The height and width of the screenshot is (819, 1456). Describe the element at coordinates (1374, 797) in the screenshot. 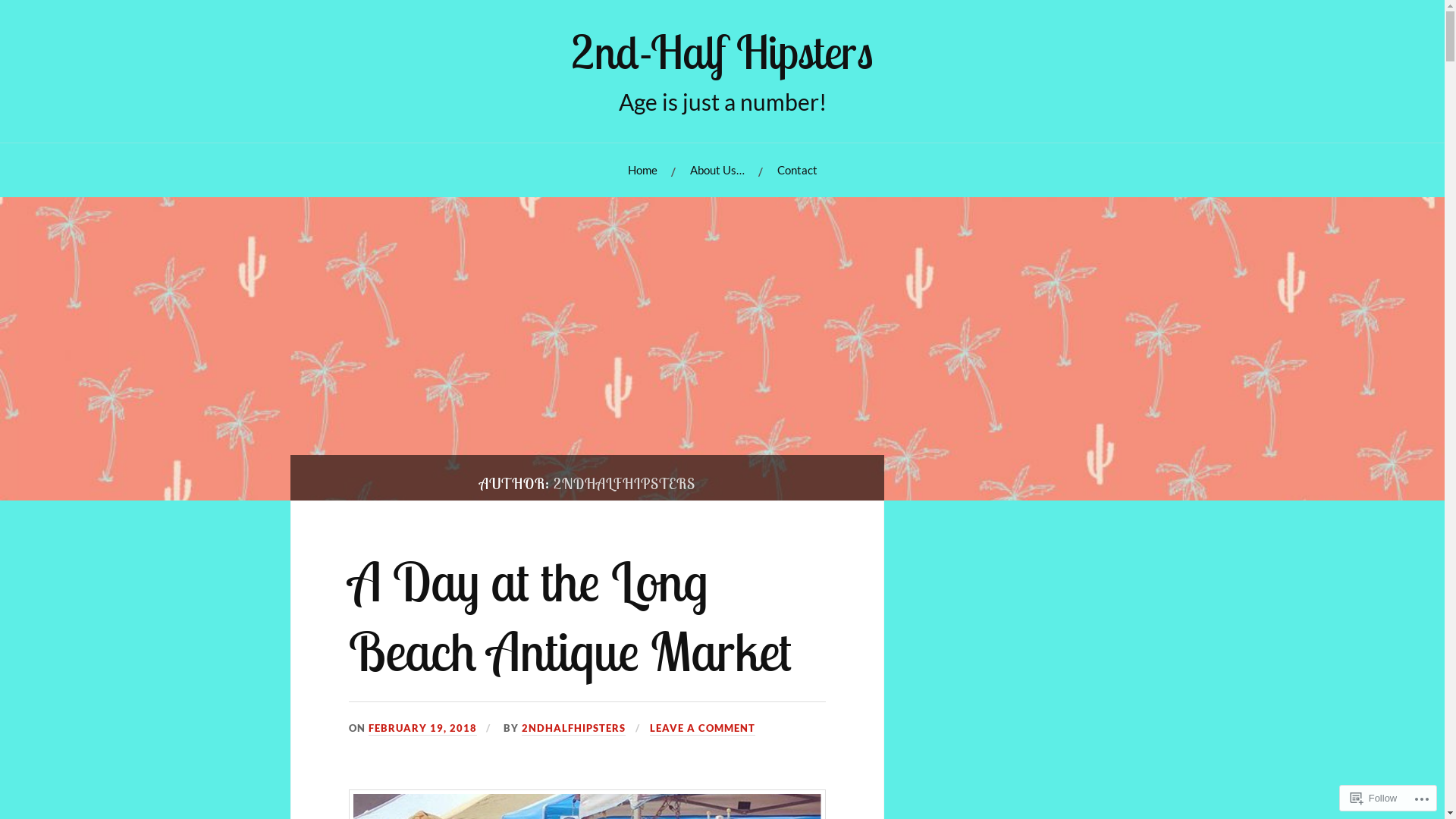

I see `'Follow'` at that location.